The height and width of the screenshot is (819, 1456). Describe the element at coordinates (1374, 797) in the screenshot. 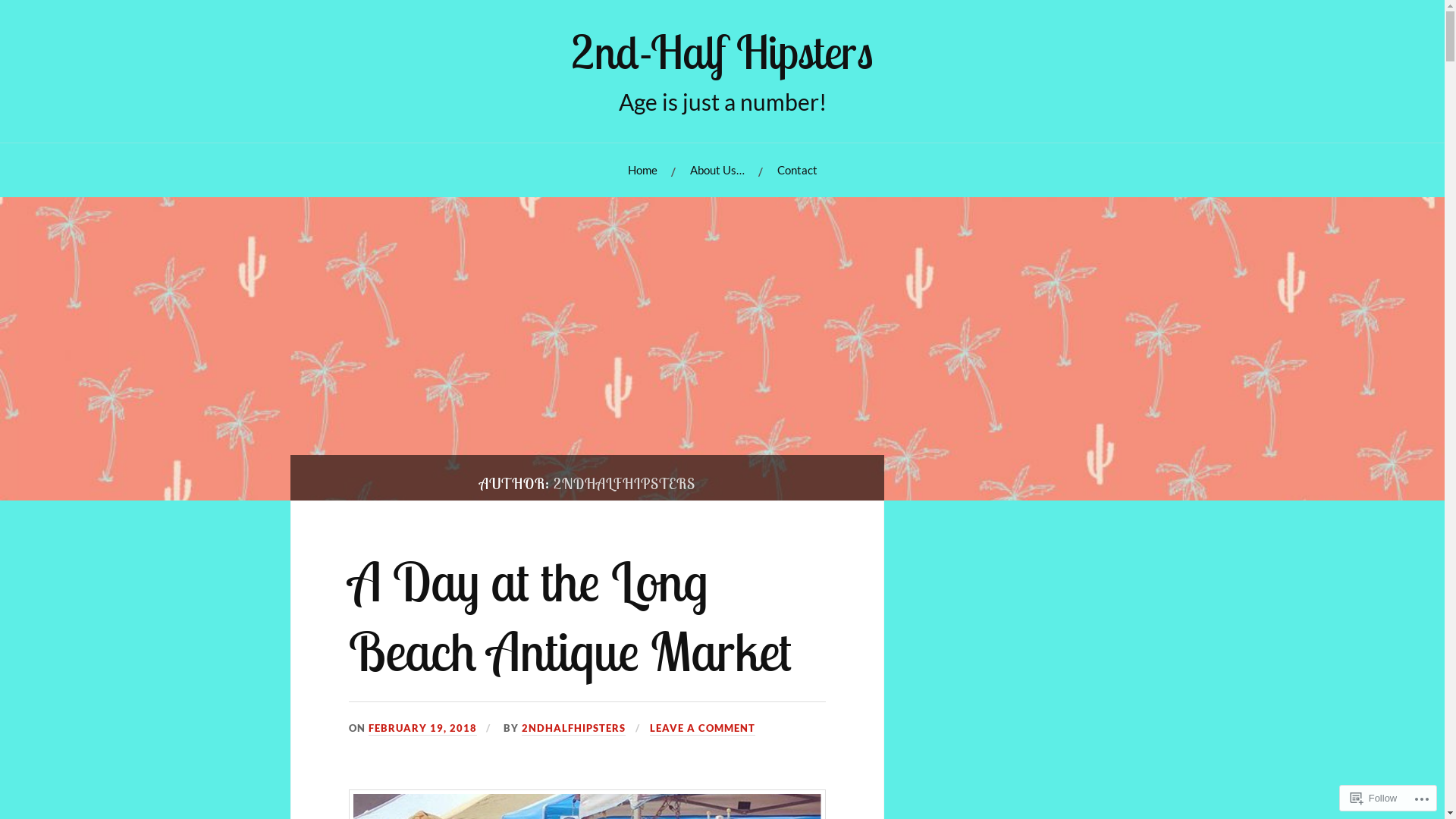

I see `'Follow'` at that location.